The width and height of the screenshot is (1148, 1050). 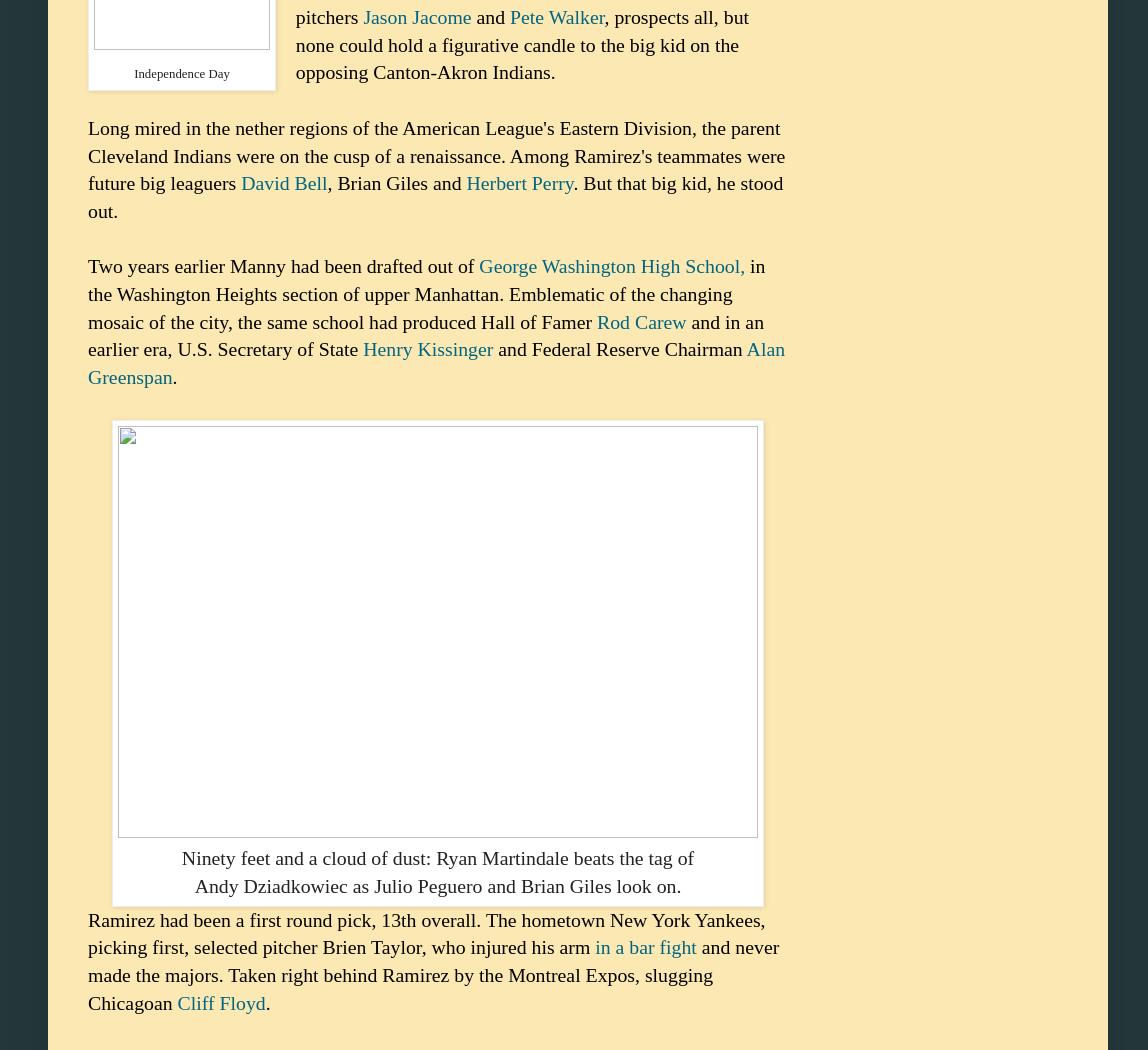 I want to click on 'Alan Greenspan', so click(x=88, y=361).